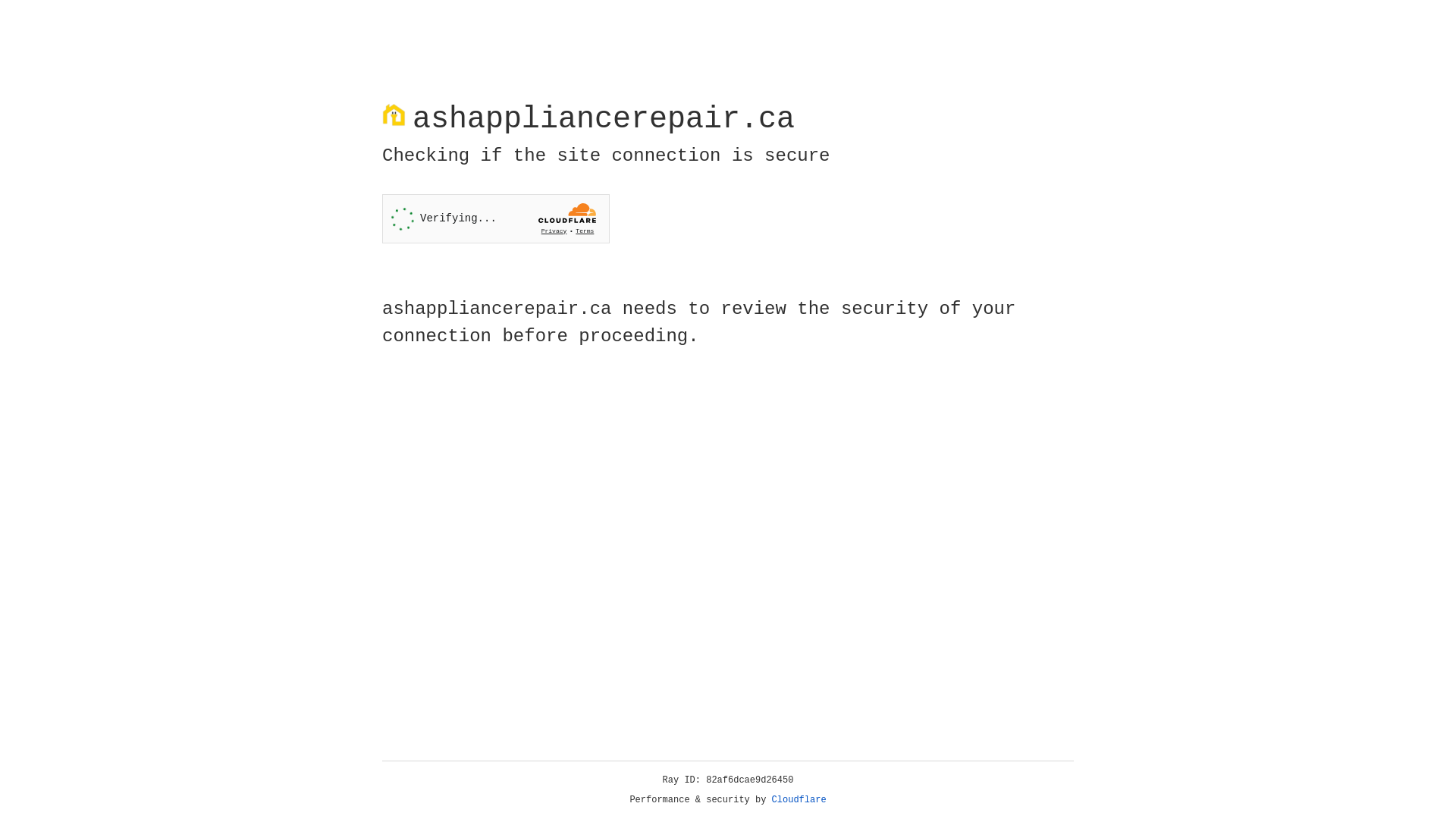 Image resolution: width=1456 pixels, height=819 pixels. I want to click on 'Widget containing a Cloudflare security challenge', so click(495, 218).